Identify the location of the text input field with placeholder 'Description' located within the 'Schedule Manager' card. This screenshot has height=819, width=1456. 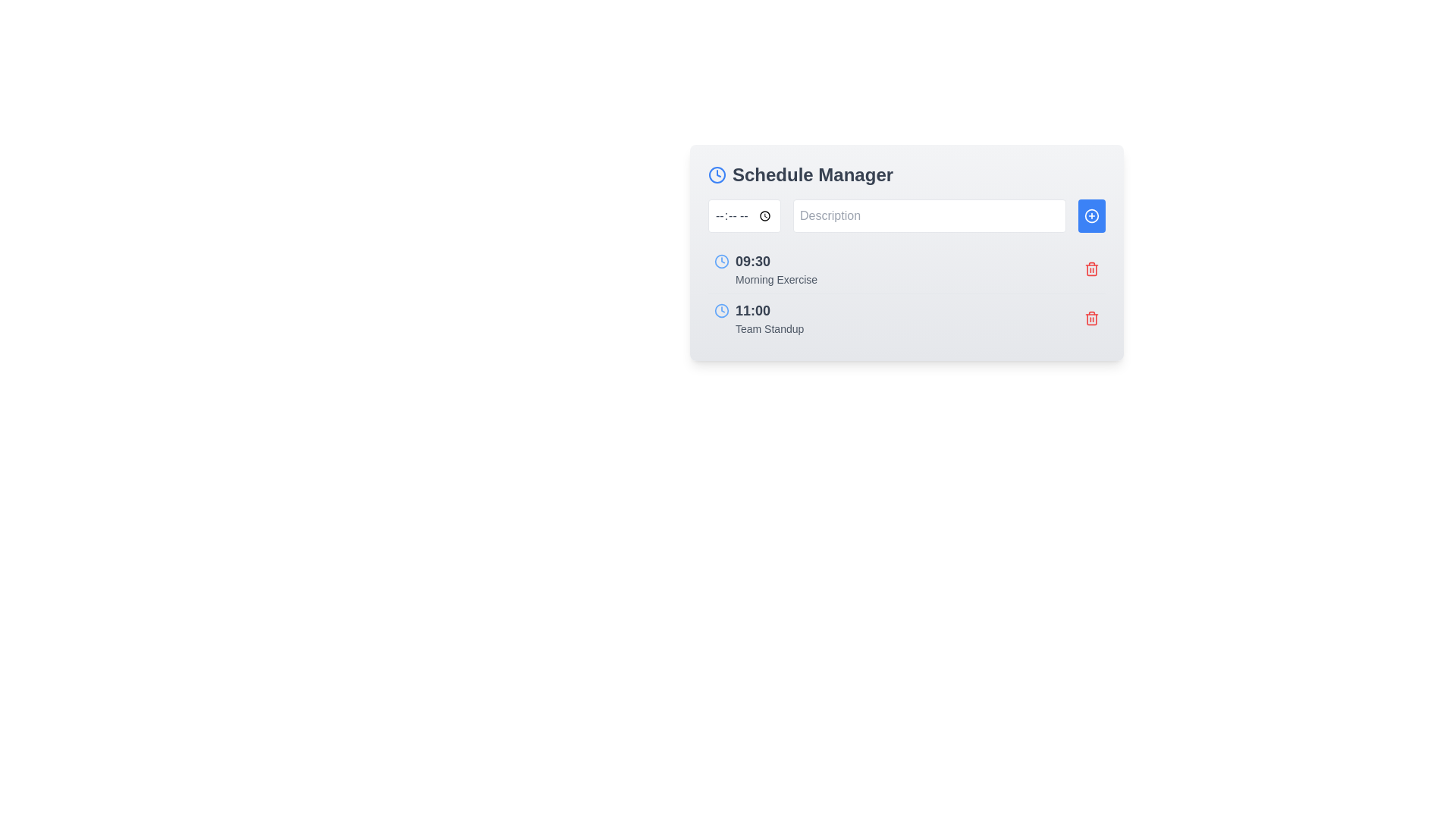
(928, 216).